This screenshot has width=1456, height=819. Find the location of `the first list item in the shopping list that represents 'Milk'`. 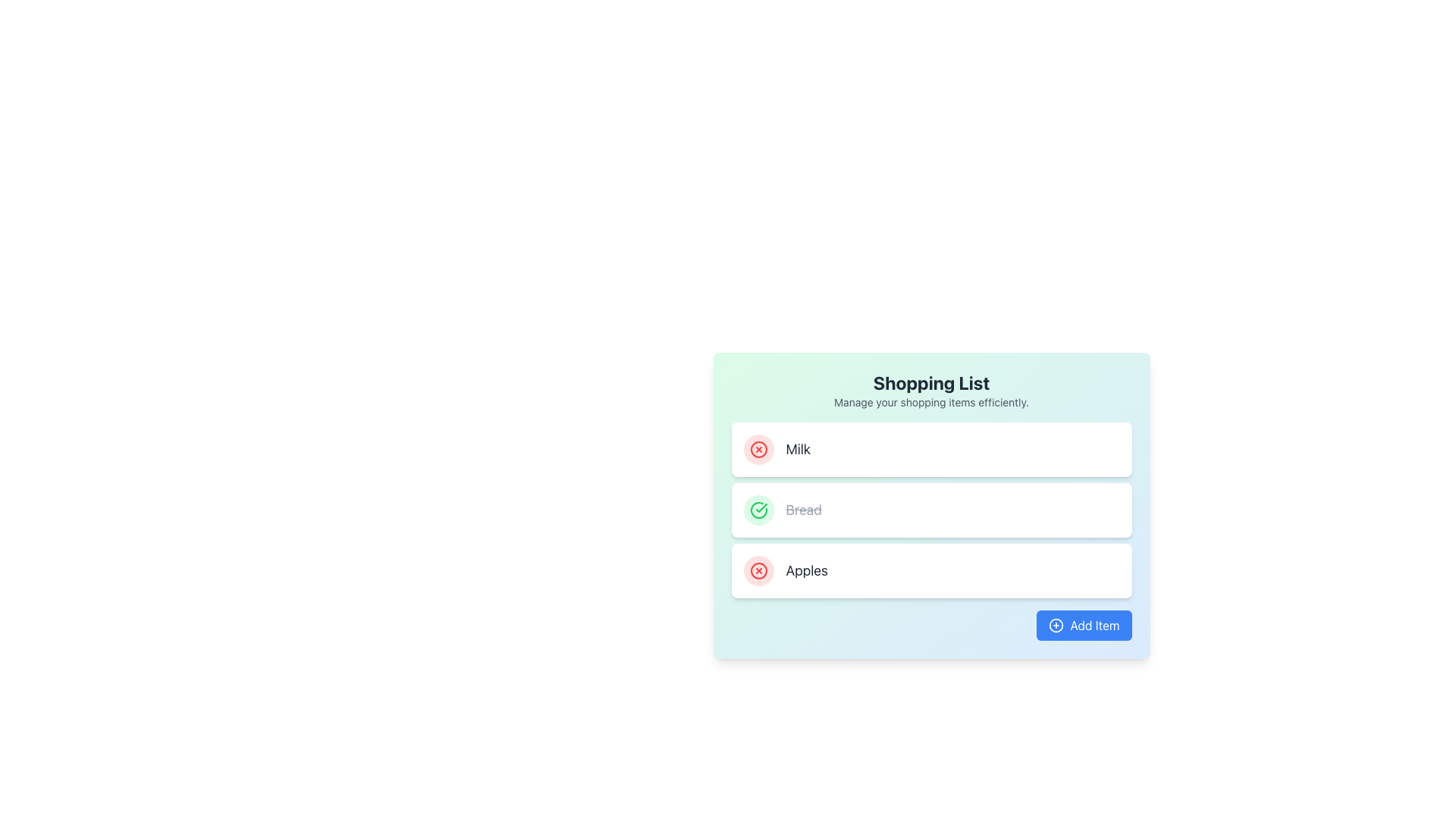

the first list item in the shopping list that represents 'Milk' is located at coordinates (930, 449).